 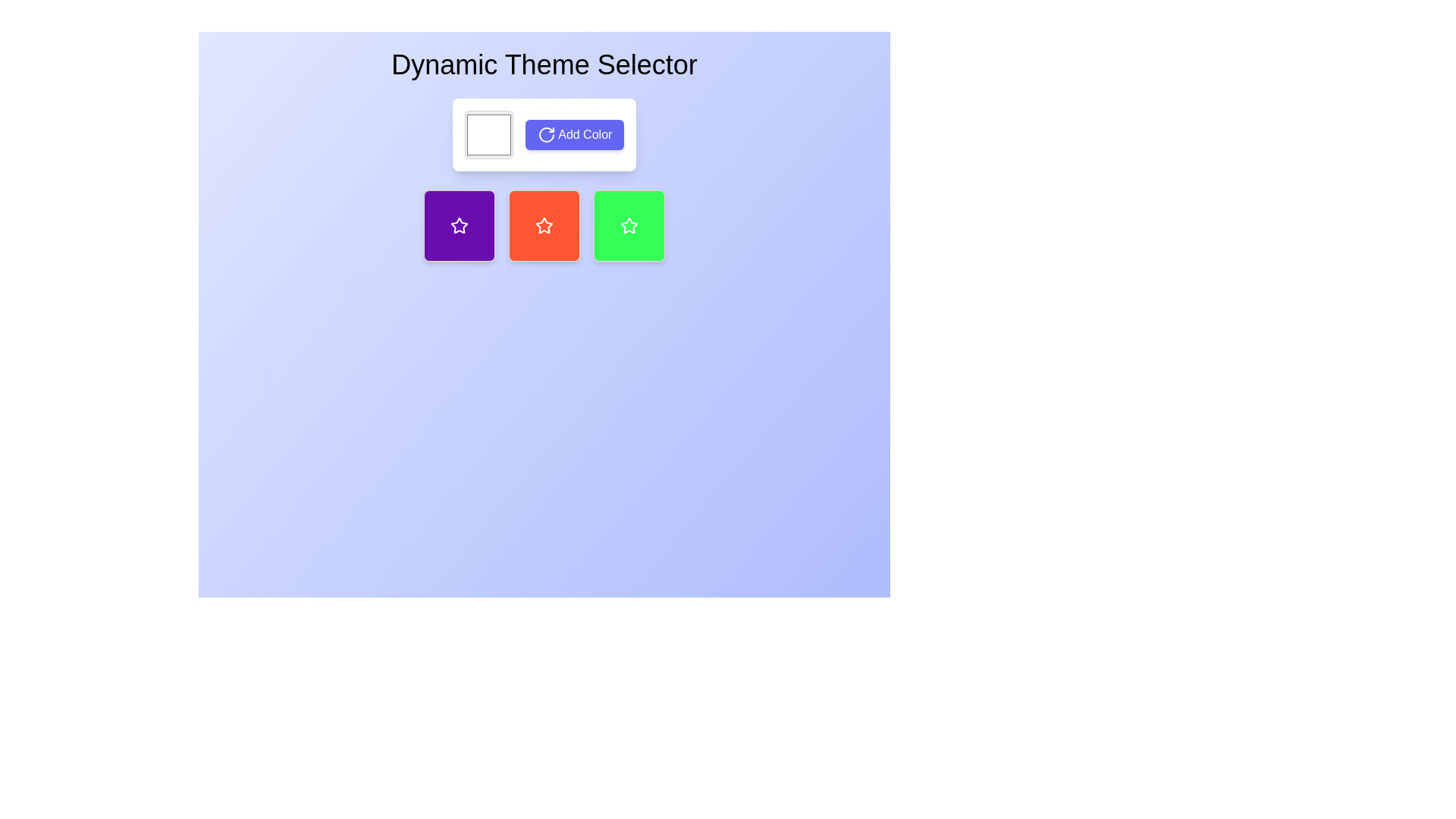 I want to click on the purple square tile button with a white star icon, so click(x=458, y=225).